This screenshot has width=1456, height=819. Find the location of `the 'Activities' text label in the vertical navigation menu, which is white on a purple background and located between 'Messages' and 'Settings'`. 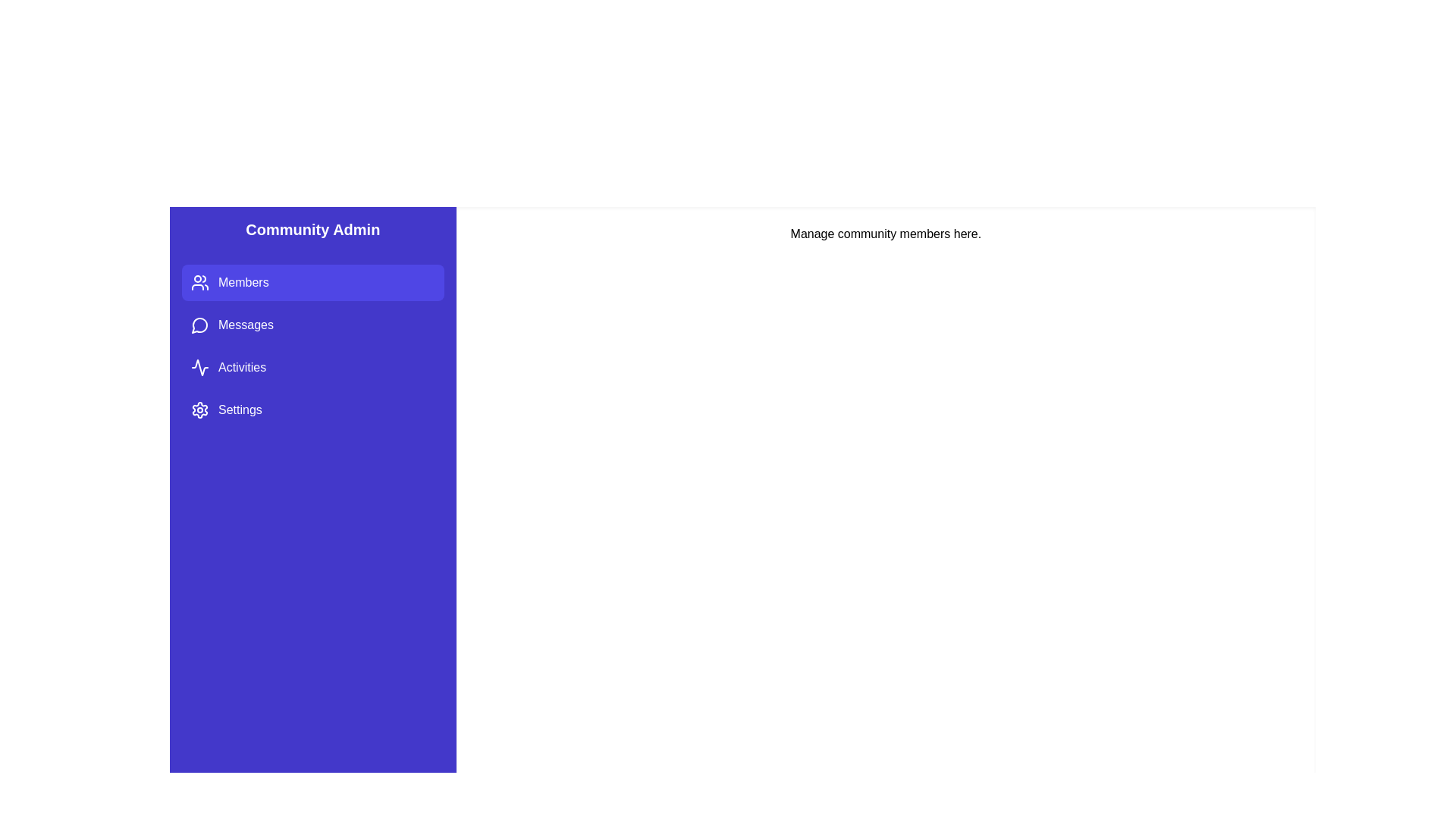

the 'Activities' text label in the vertical navigation menu, which is white on a purple background and located between 'Messages' and 'Settings' is located at coordinates (241, 368).